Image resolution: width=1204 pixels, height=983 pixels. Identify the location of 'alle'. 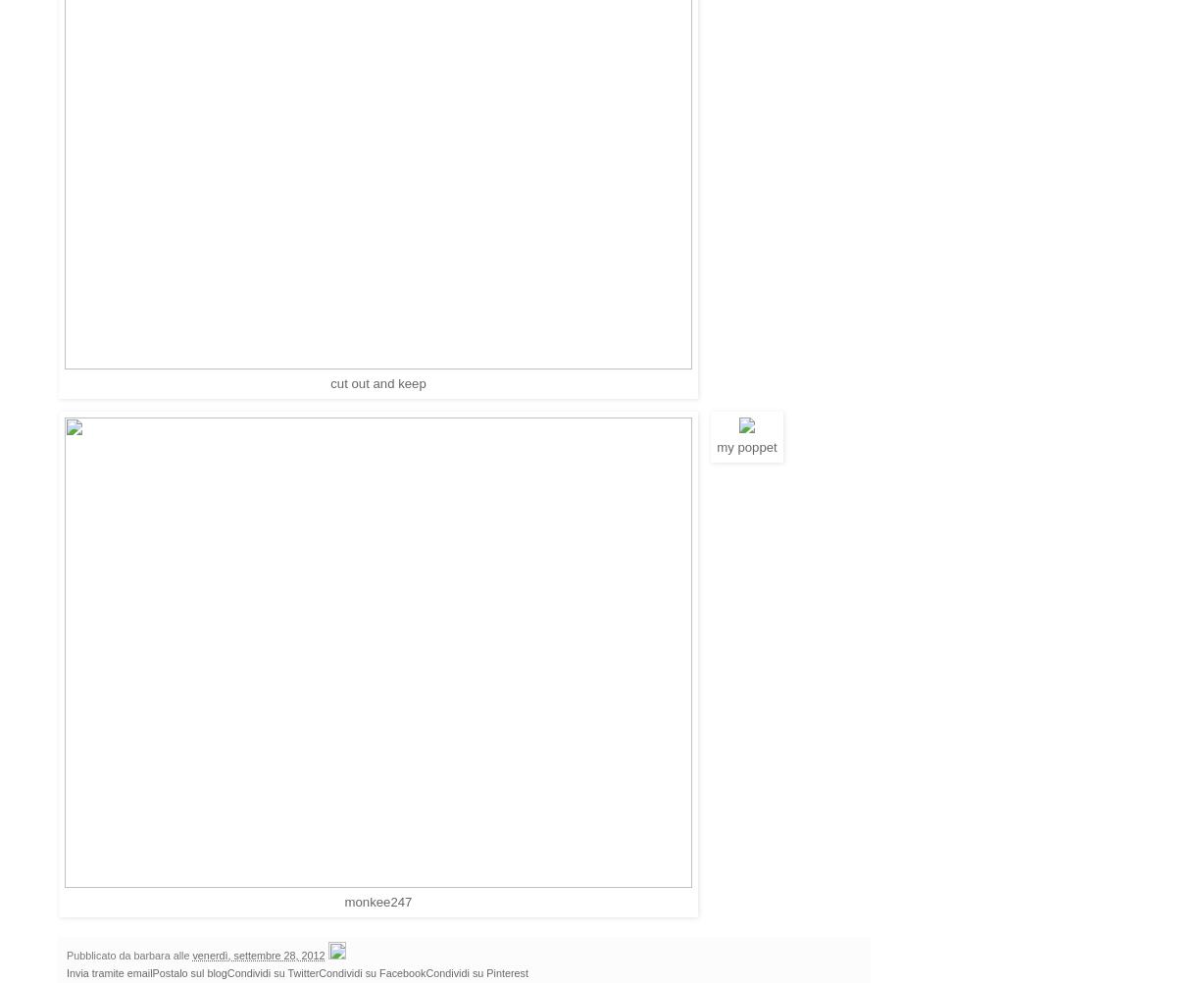
(181, 955).